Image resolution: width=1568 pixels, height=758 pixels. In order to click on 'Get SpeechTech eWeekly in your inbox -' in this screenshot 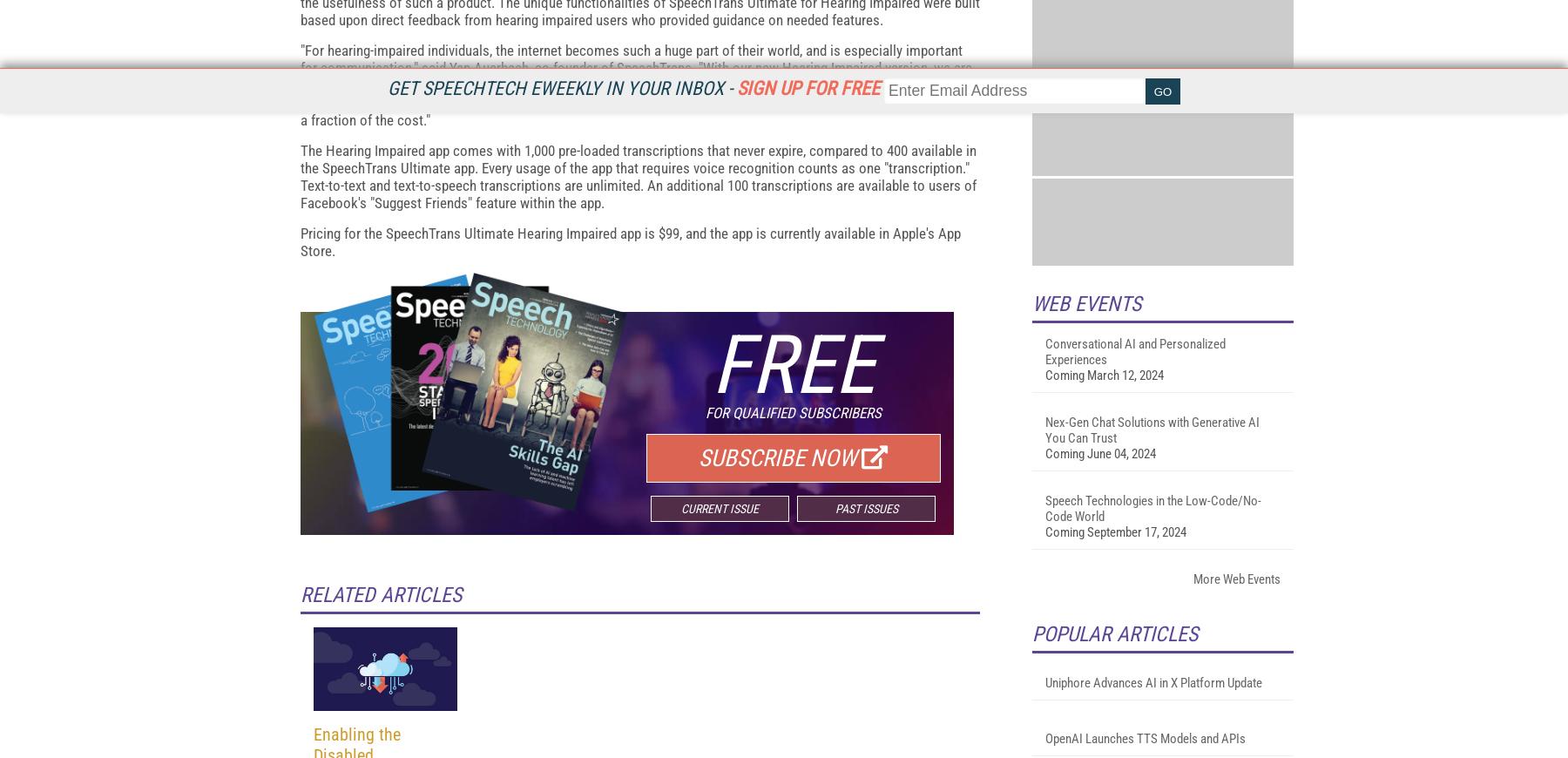, I will do `click(562, 87)`.